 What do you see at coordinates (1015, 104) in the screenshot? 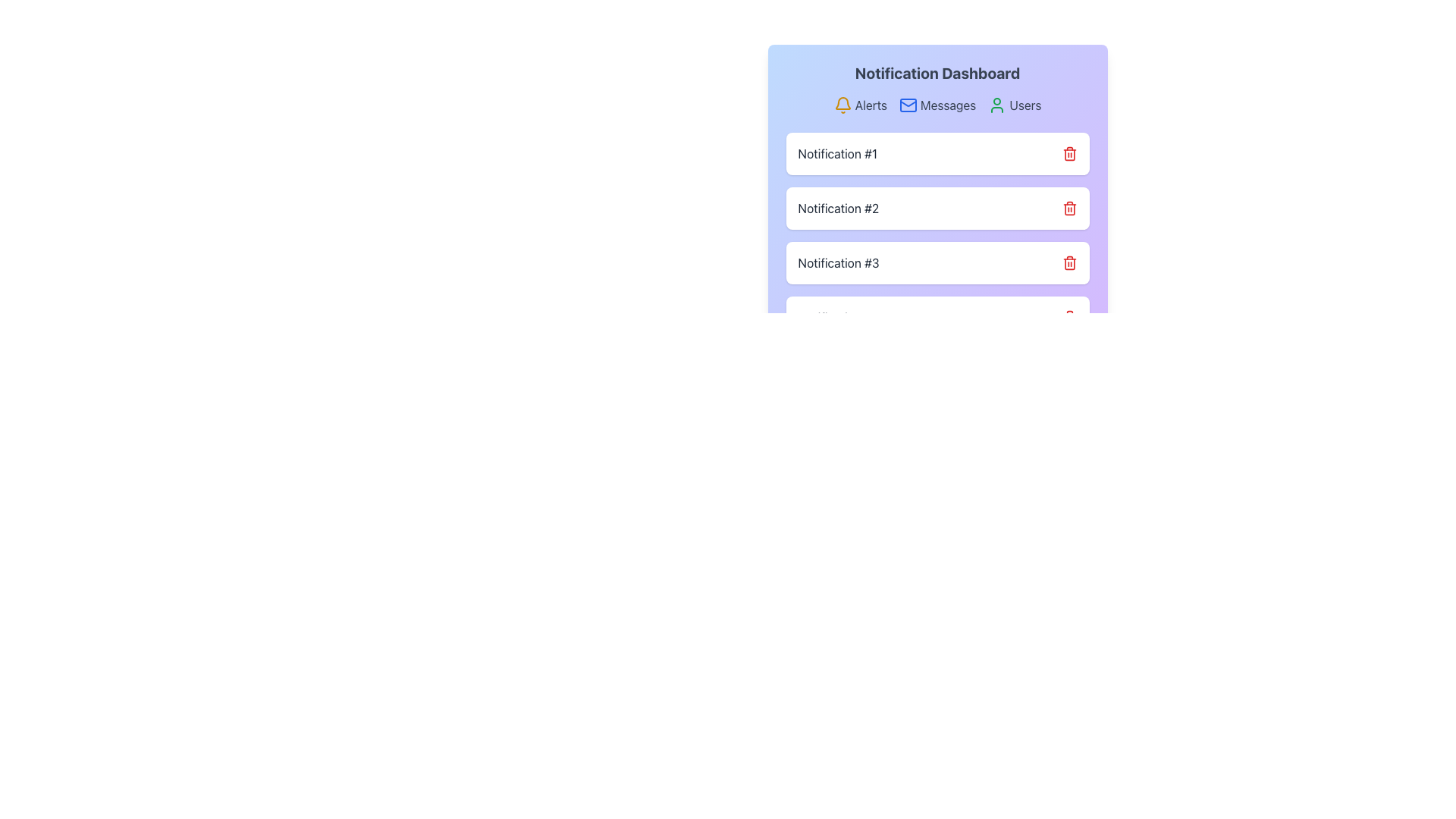
I see `the 'Users' Navigation Label` at bounding box center [1015, 104].